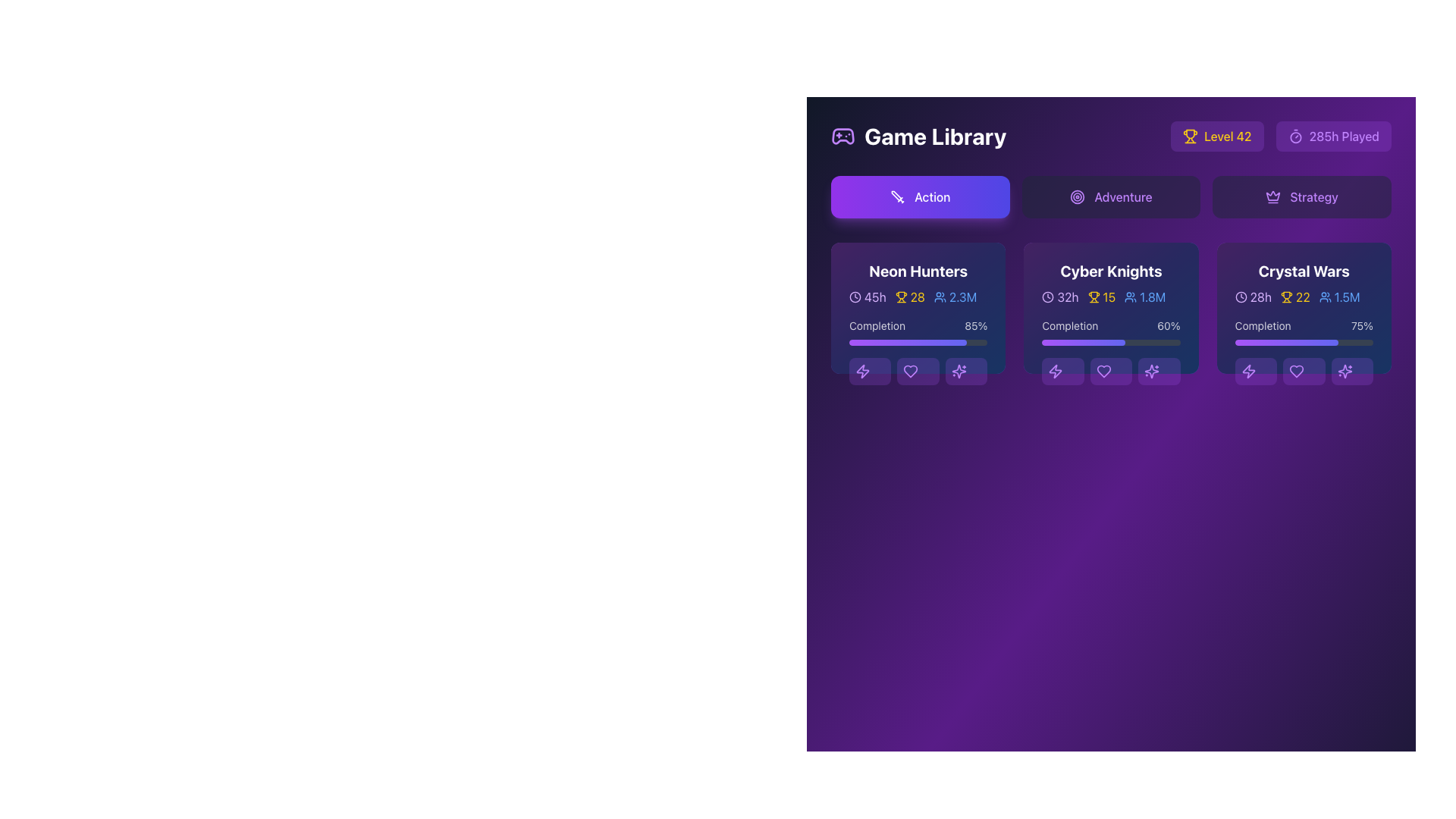  Describe the element at coordinates (939, 297) in the screenshot. I see `the engagement icon for the game 'Neon Hunters', located to the right of the trophy icon and to the left of the '2.3M' text` at that location.